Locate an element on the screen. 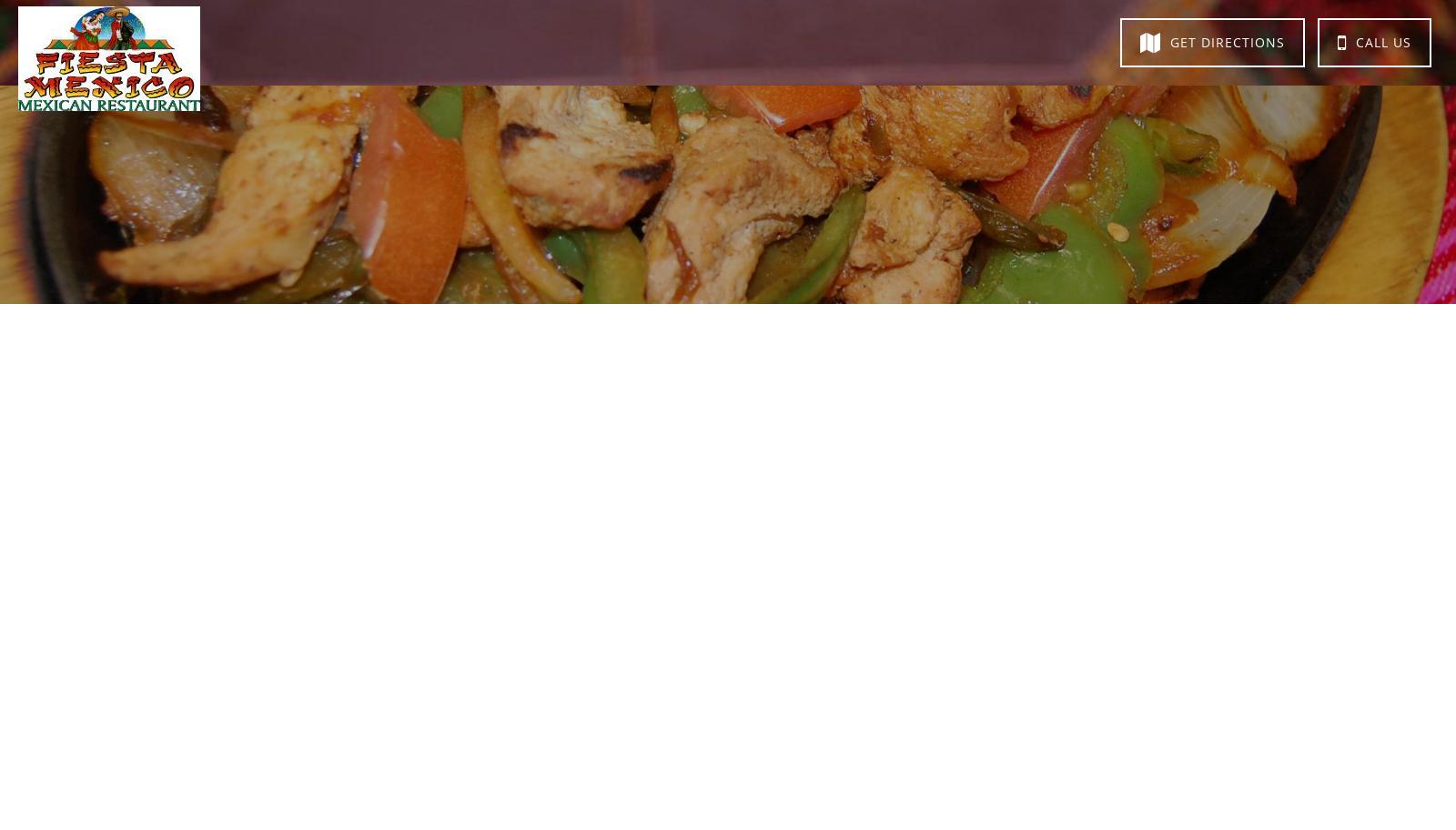  'Tortilla Chips $4.85' is located at coordinates (364, 583).